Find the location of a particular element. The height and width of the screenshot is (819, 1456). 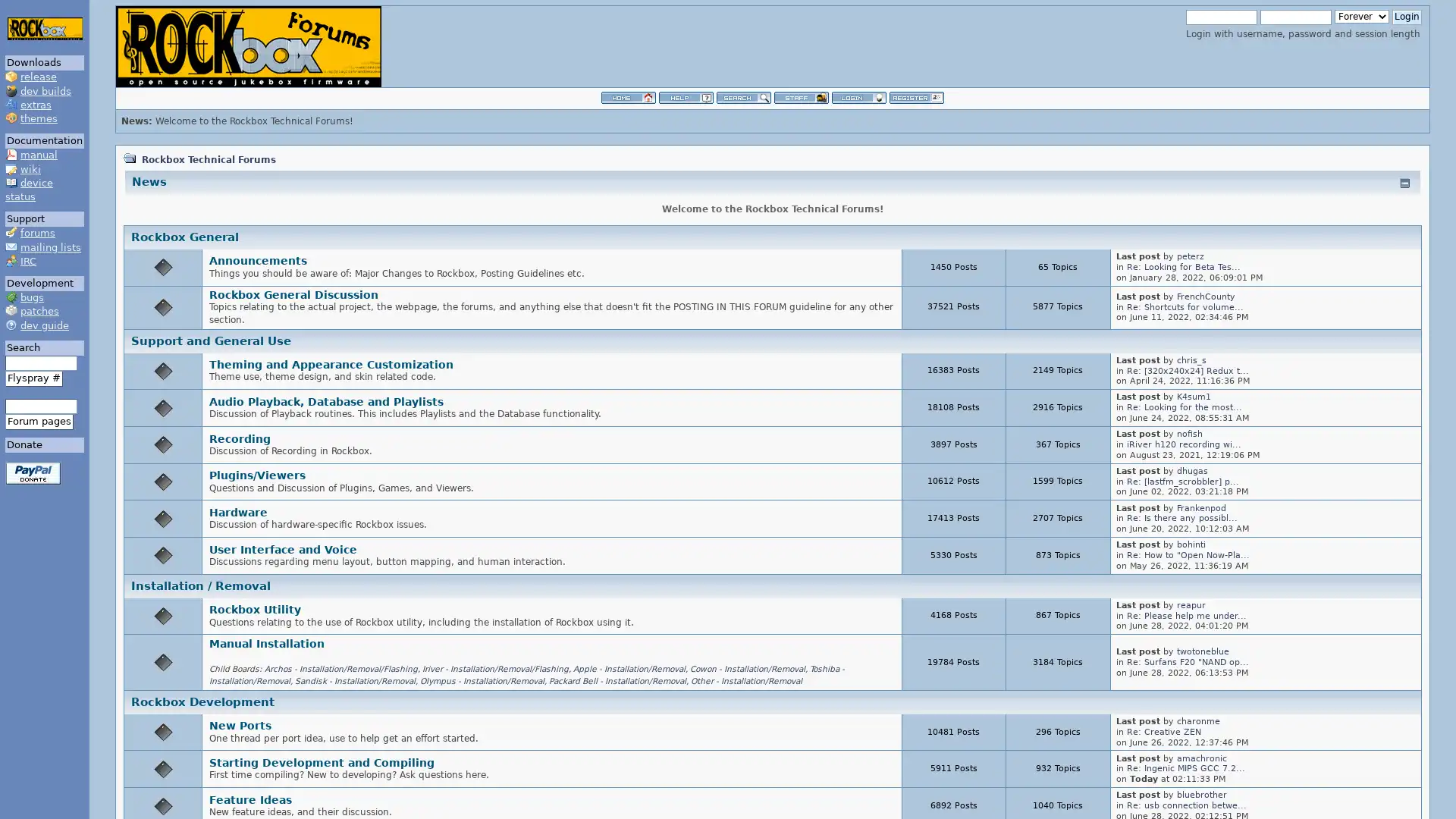

Flyspray # is located at coordinates (33, 377).